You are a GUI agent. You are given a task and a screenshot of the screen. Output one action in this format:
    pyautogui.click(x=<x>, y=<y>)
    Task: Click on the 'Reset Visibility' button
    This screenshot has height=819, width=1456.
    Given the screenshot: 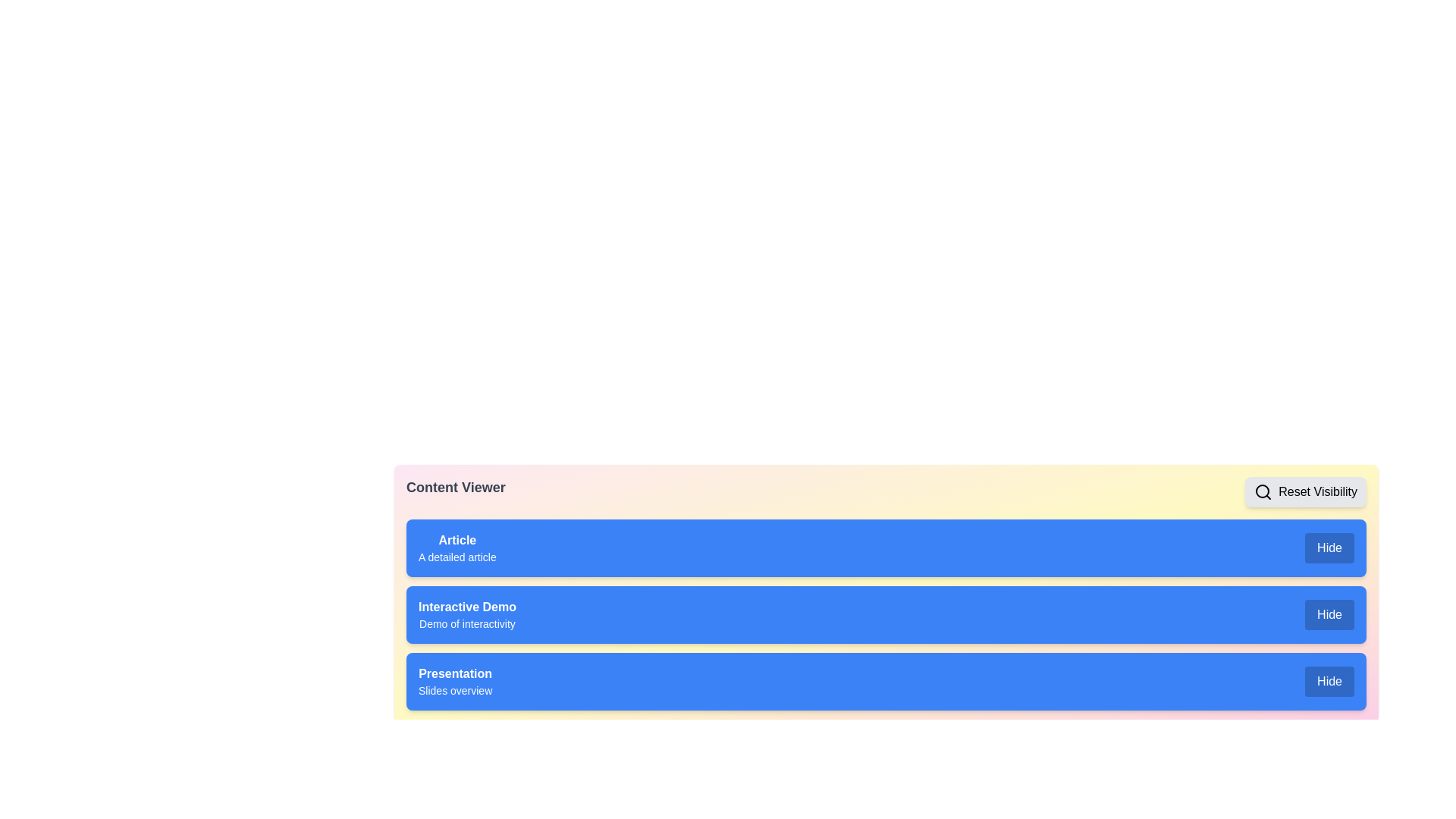 What is the action you would take?
    pyautogui.click(x=1305, y=491)
    